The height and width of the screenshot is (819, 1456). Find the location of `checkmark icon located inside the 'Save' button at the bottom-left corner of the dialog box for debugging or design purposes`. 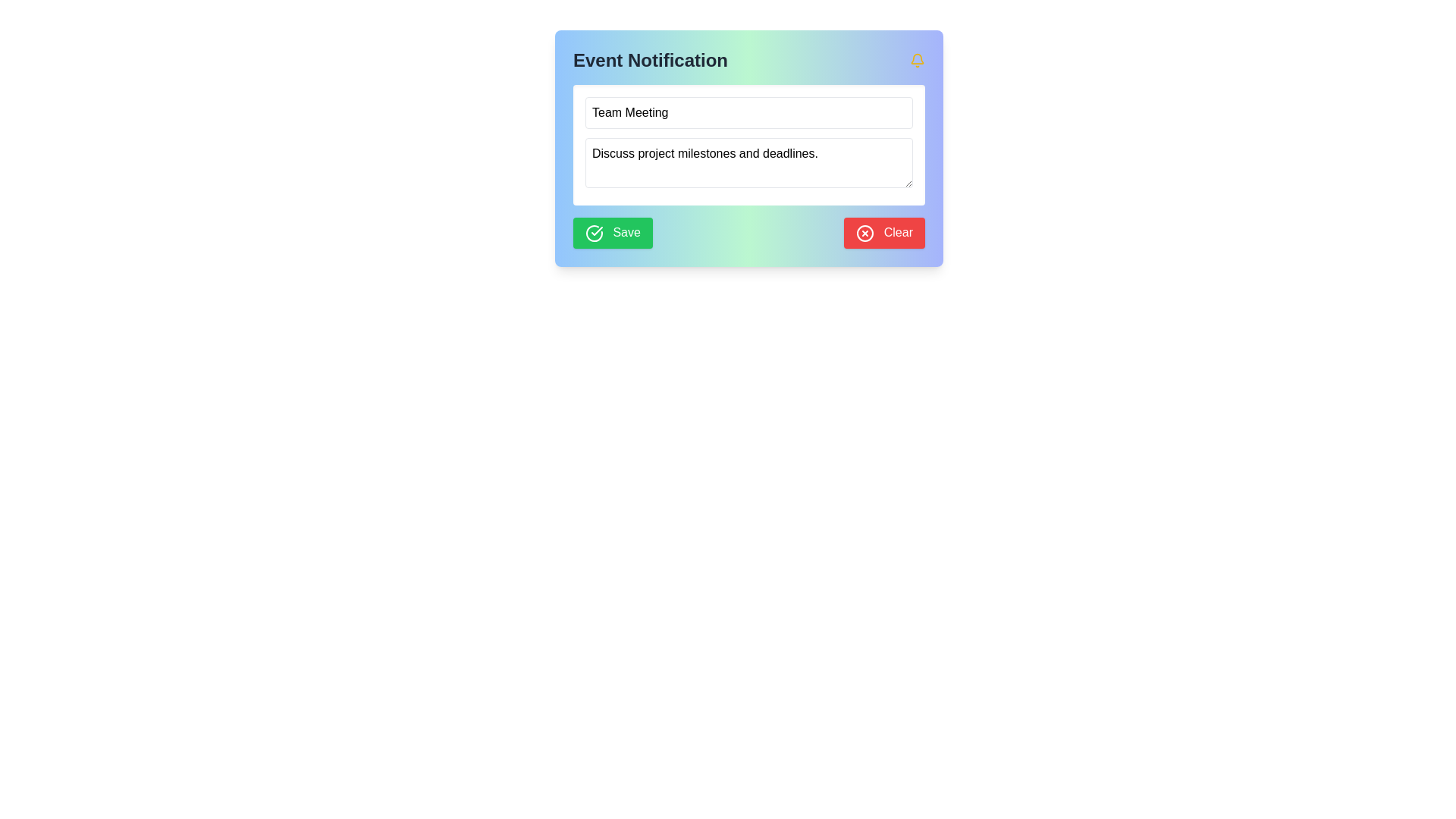

checkmark icon located inside the 'Save' button at the bottom-left corner of the dialog box for debugging or design purposes is located at coordinates (596, 231).